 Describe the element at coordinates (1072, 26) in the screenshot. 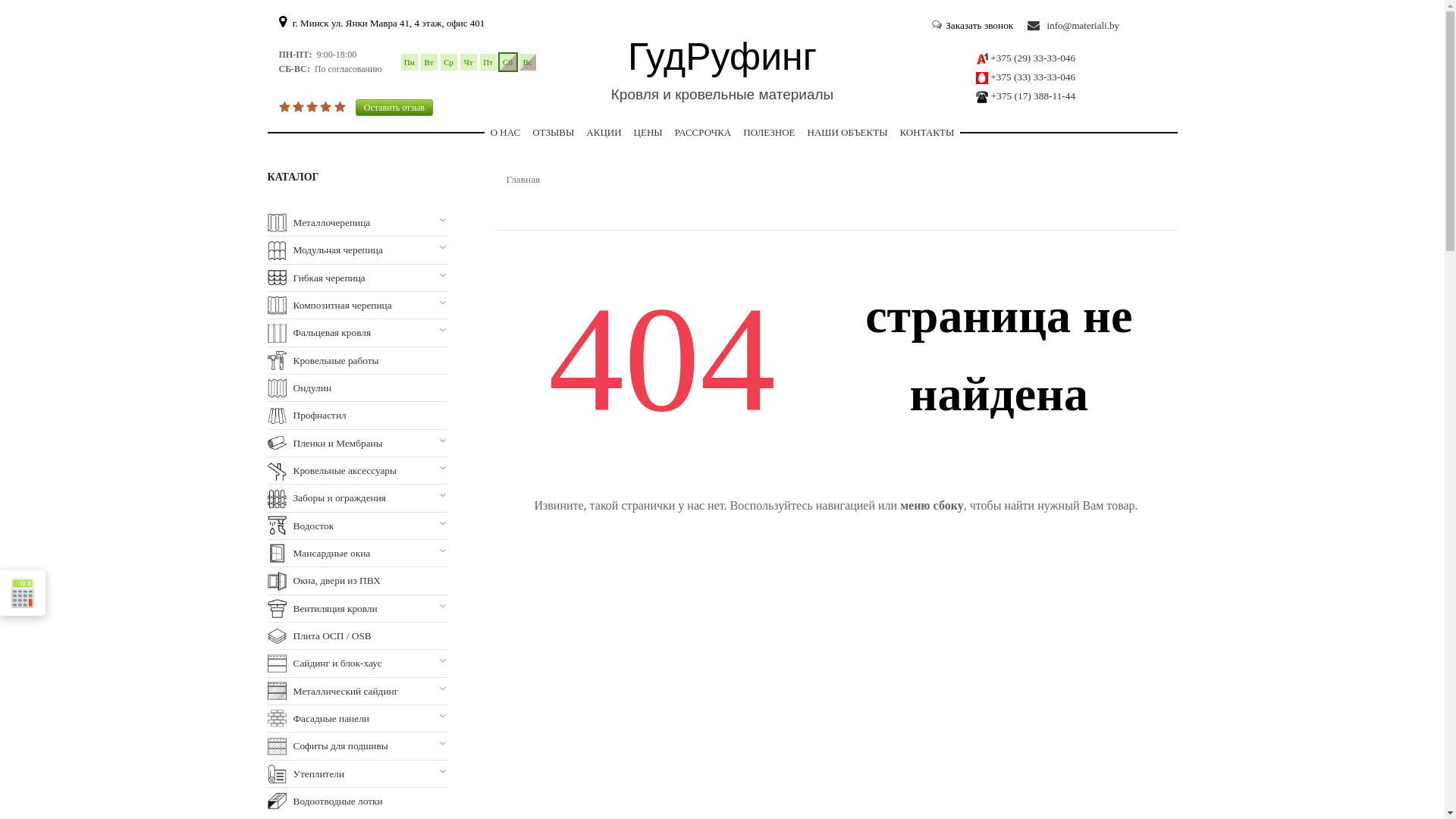

I see `'info@materiali.by'` at that location.